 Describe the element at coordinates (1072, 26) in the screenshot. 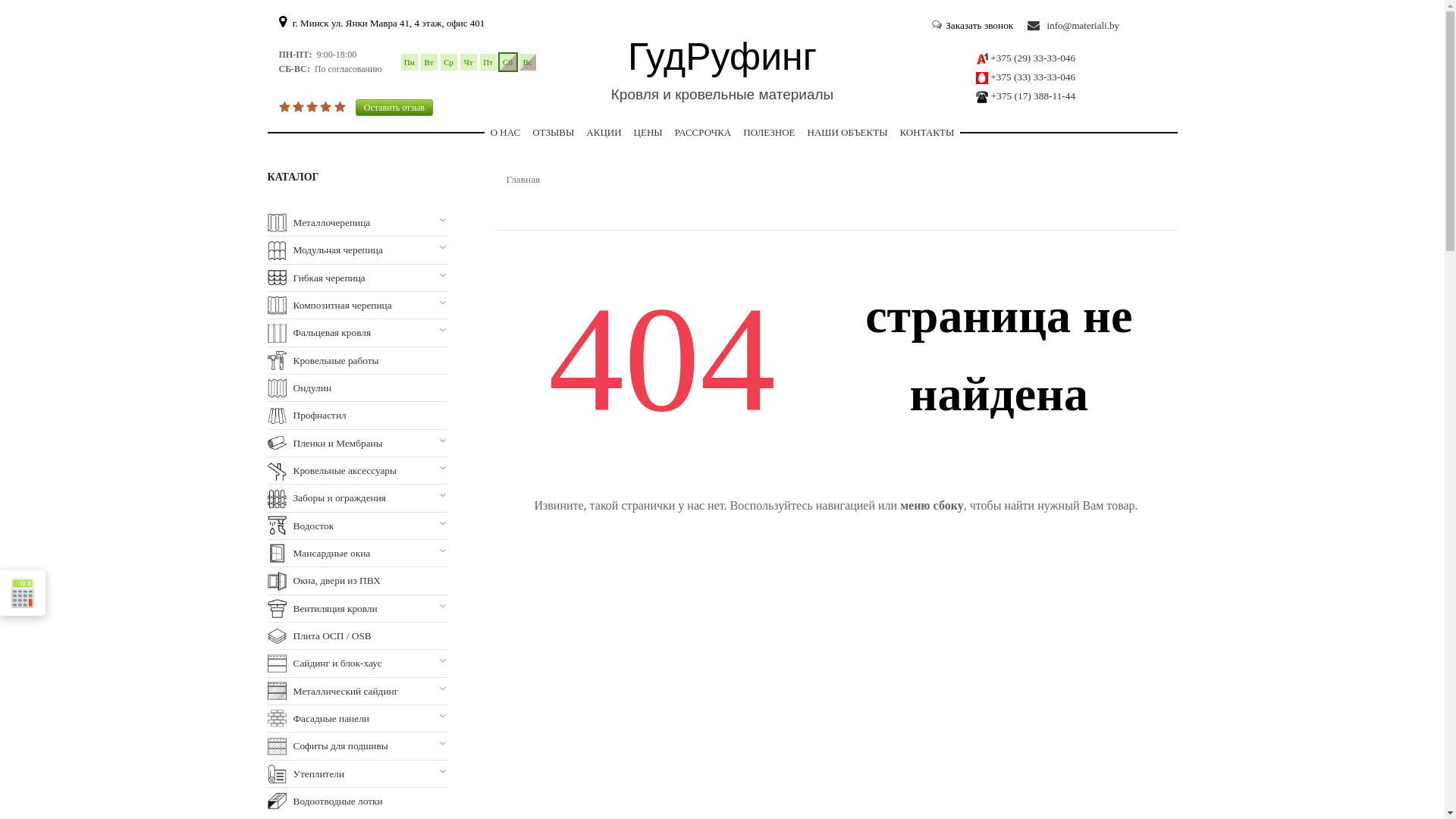

I see `'info@materiali.by'` at that location.